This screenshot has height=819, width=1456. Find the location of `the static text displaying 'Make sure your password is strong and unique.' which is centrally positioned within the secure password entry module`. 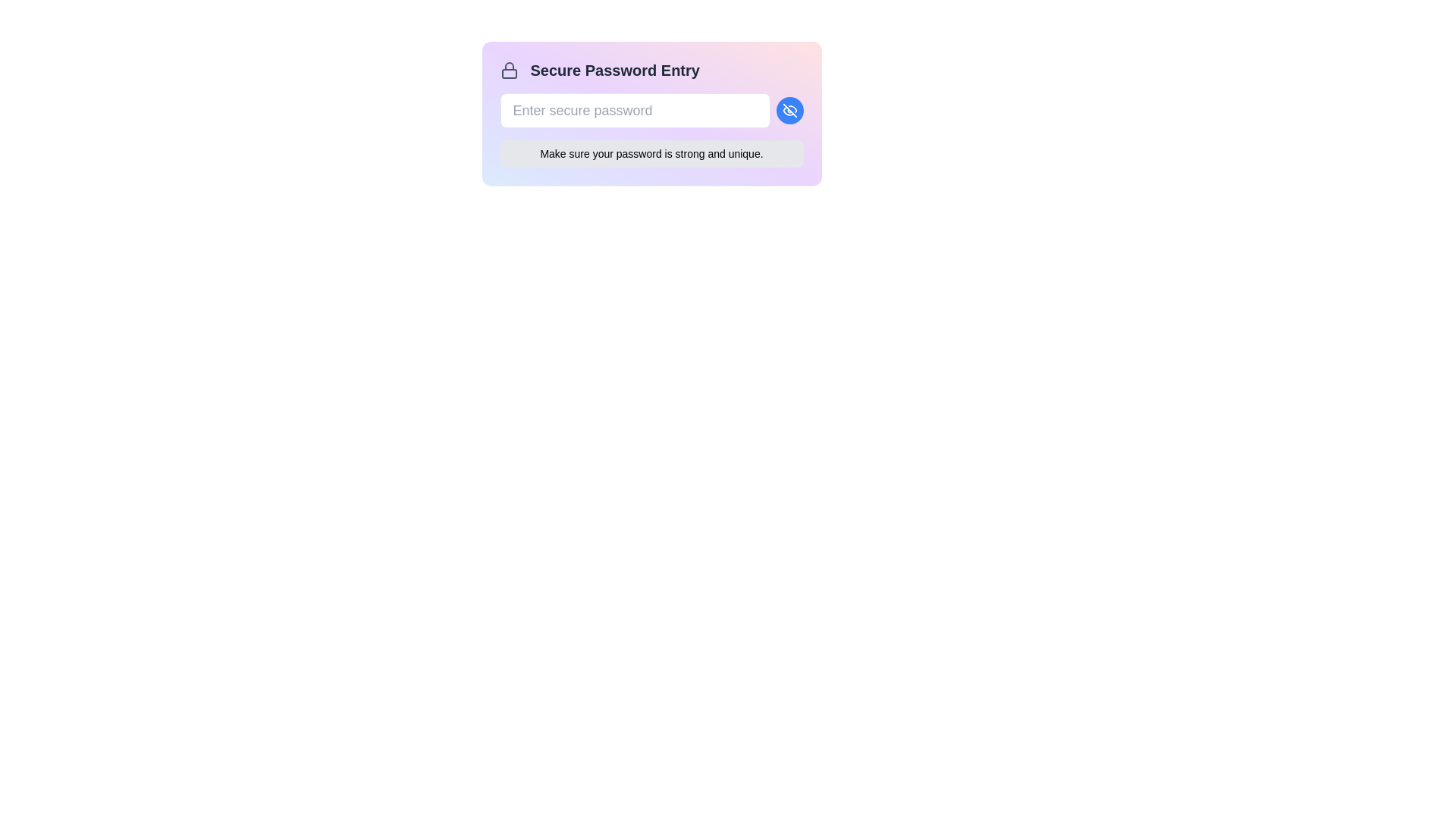

the static text displaying 'Make sure your password is strong and unique.' which is centrally positioned within the secure password entry module is located at coordinates (651, 154).